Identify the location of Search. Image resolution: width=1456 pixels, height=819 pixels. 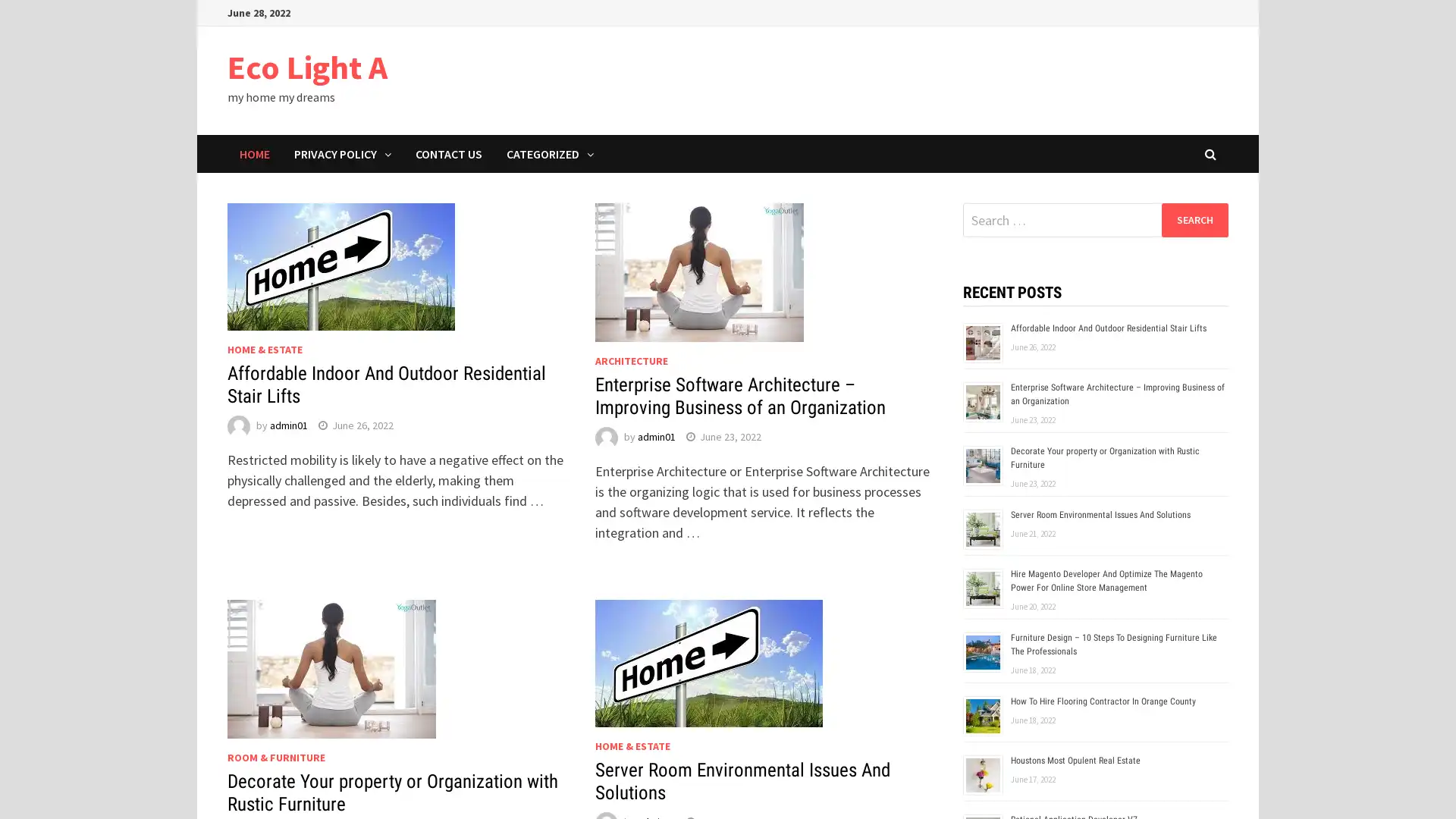
(1194, 219).